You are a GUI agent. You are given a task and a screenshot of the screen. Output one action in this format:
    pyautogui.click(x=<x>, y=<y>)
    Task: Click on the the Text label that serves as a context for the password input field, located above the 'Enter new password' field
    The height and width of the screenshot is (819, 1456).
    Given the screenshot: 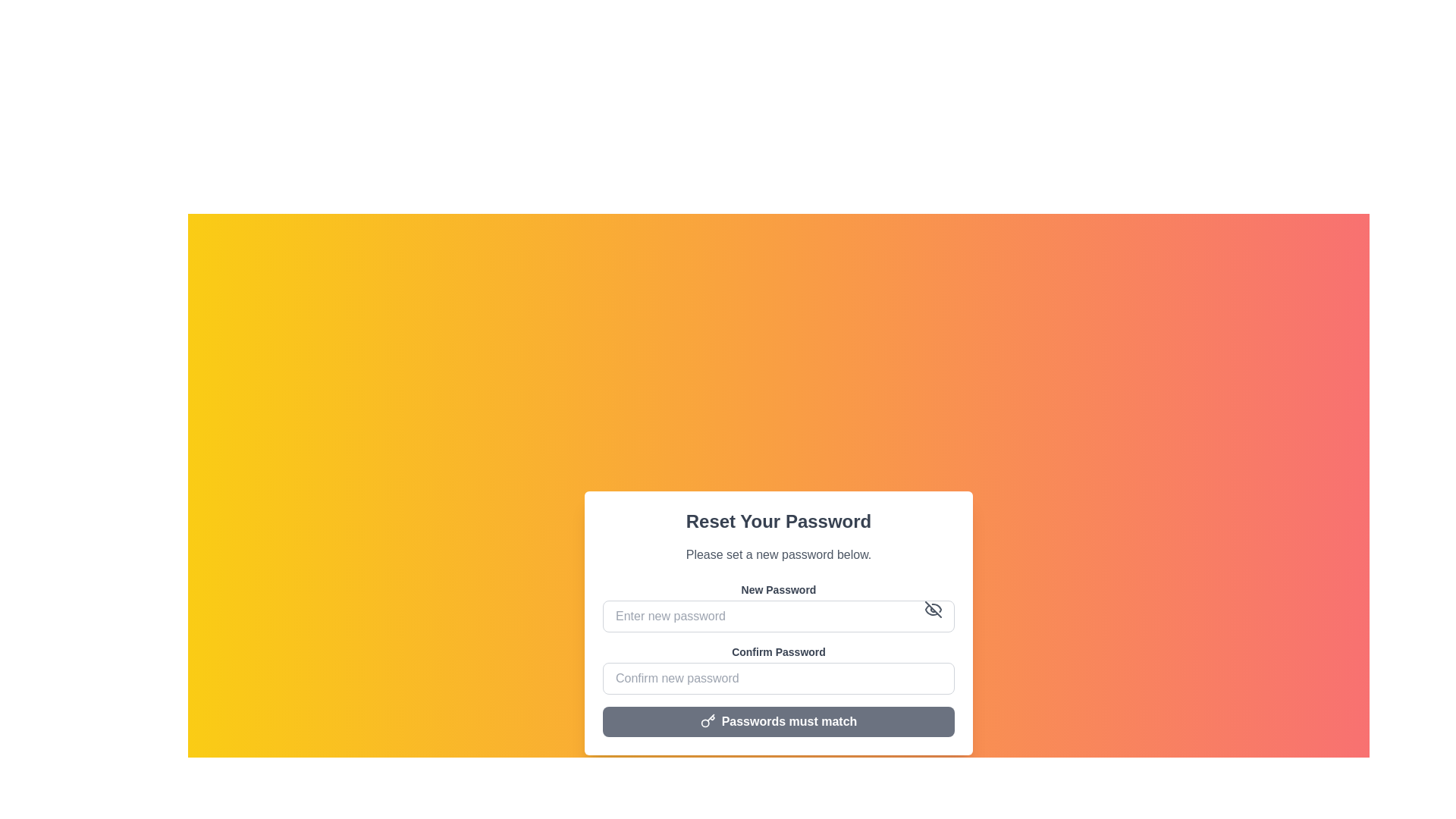 What is the action you would take?
    pyautogui.click(x=779, y=589)
    